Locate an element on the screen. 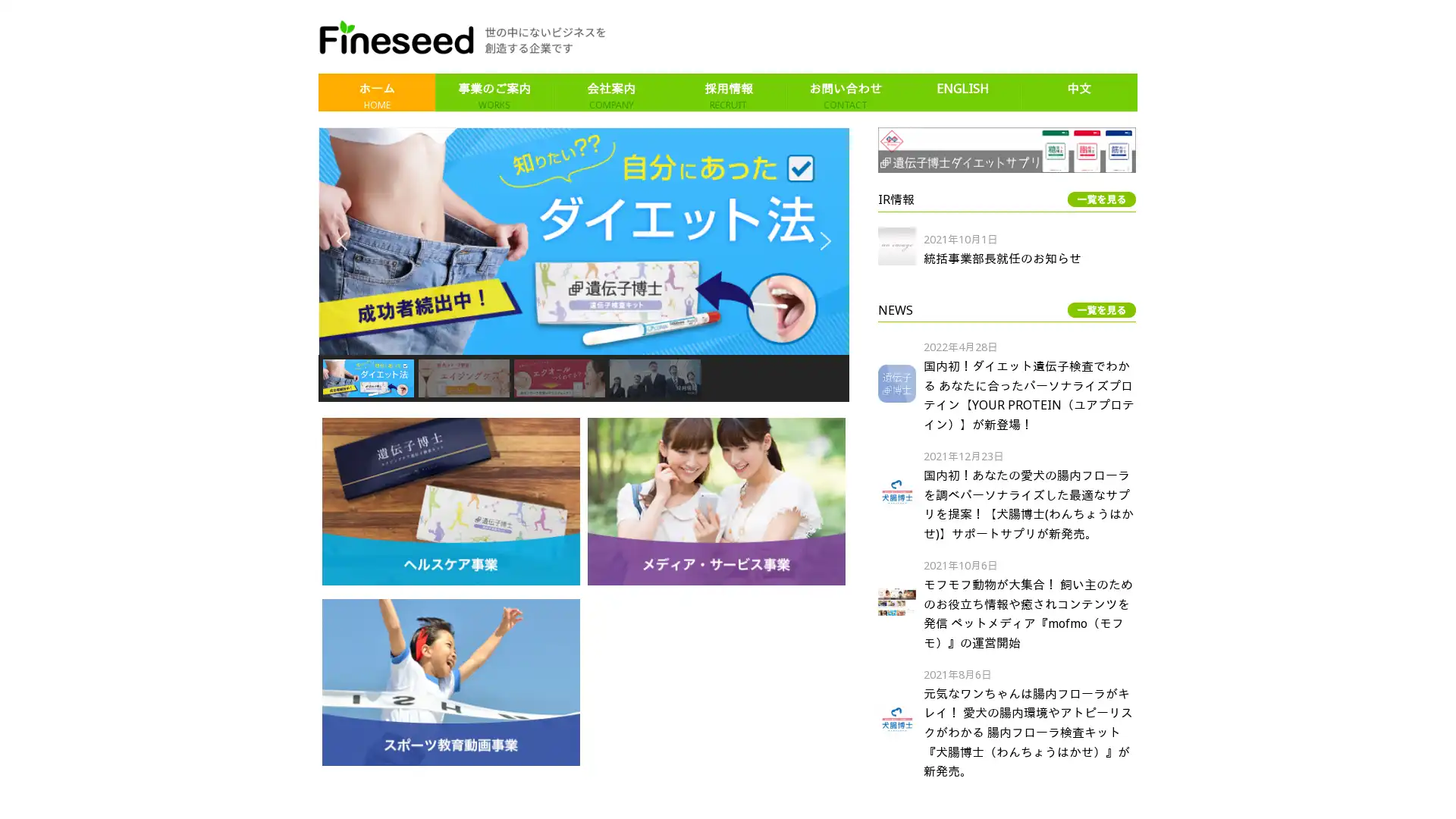 This screenshot has height=819, width=1456. previous arrow is located at coordinates (341, 240).